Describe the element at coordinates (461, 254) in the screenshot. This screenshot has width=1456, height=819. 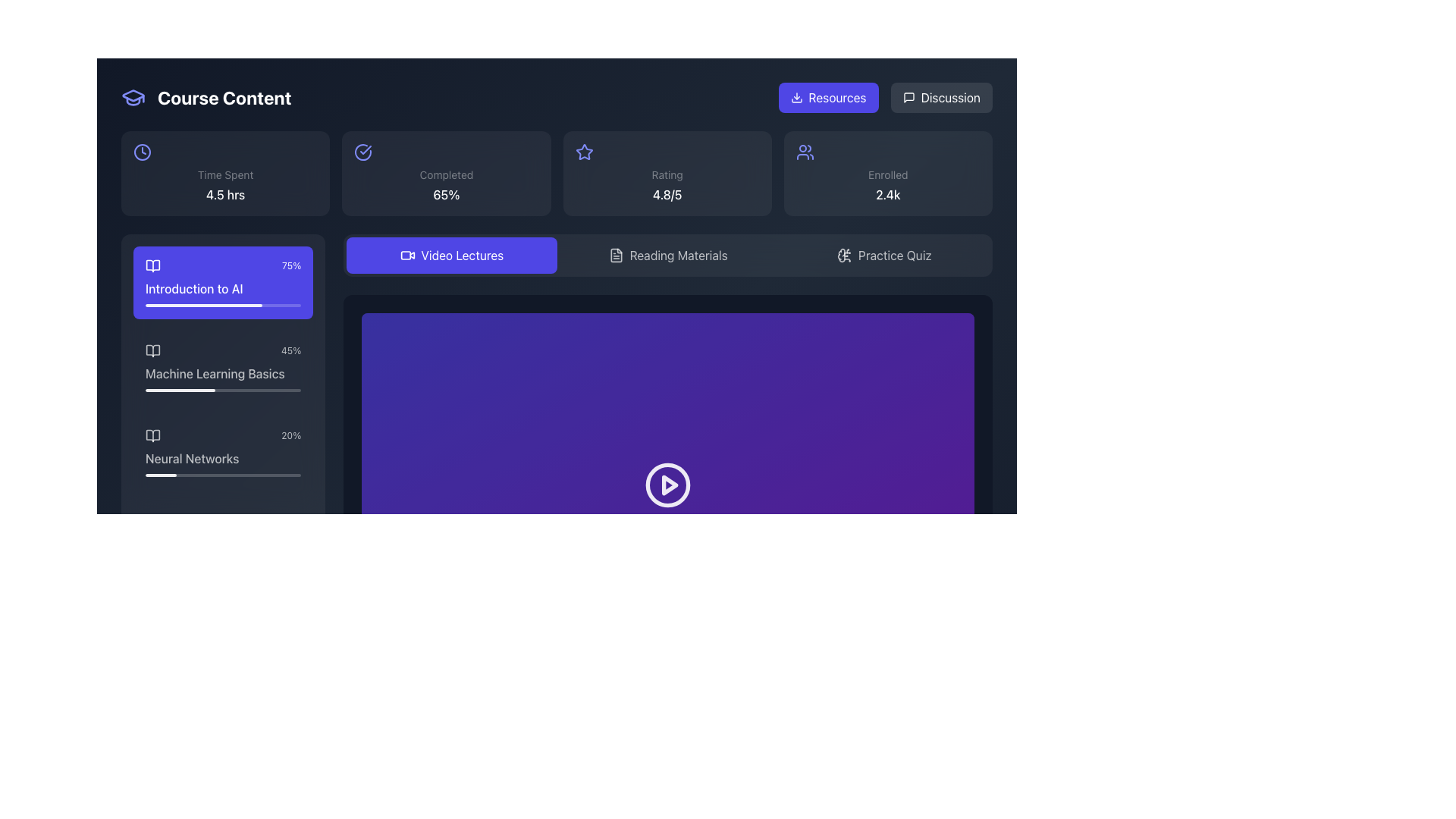
I see `the 'Video Lectures' text label` at that location.